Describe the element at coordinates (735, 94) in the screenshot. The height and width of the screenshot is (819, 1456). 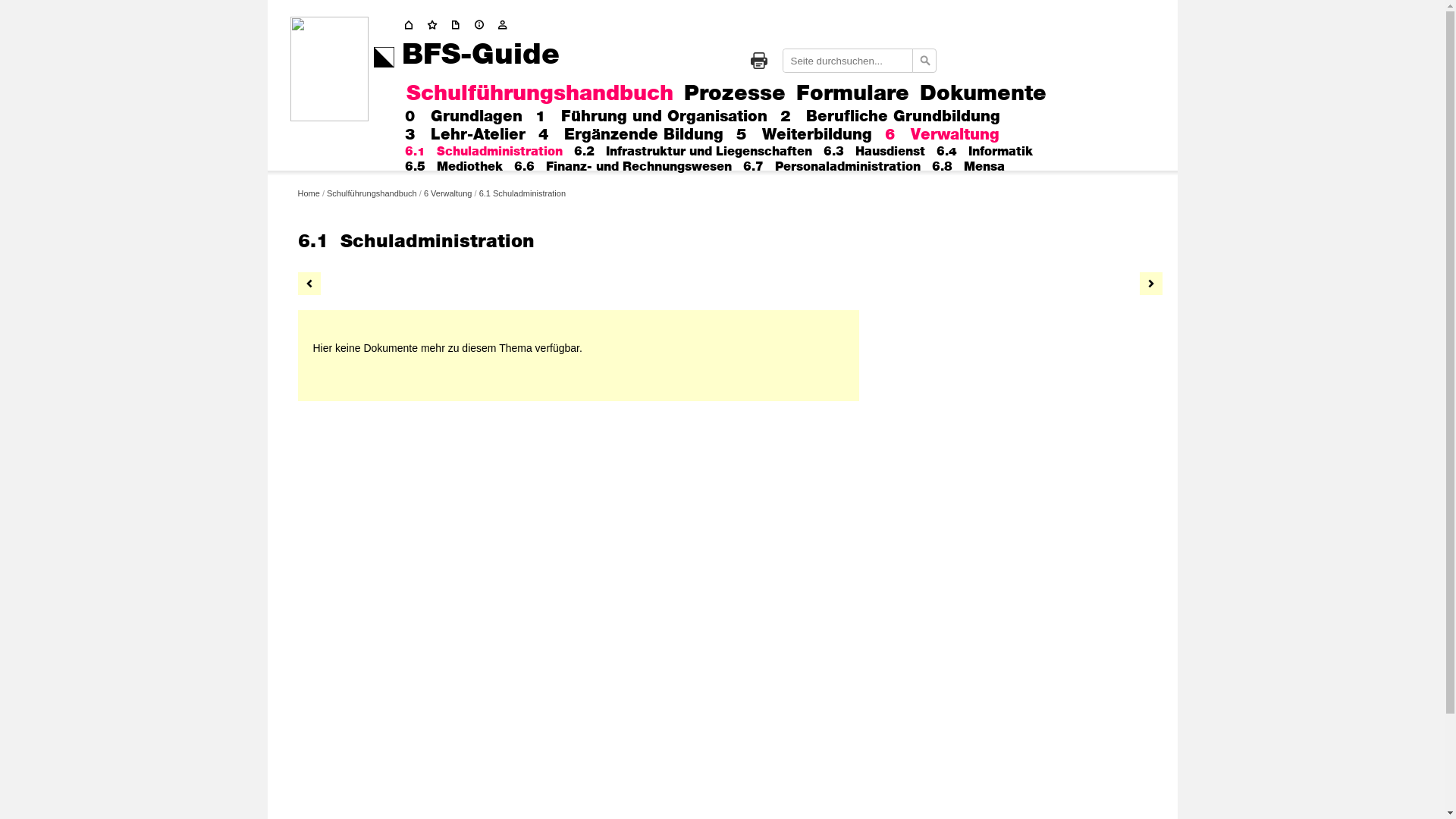
I see `'Prozesse'` at that location.